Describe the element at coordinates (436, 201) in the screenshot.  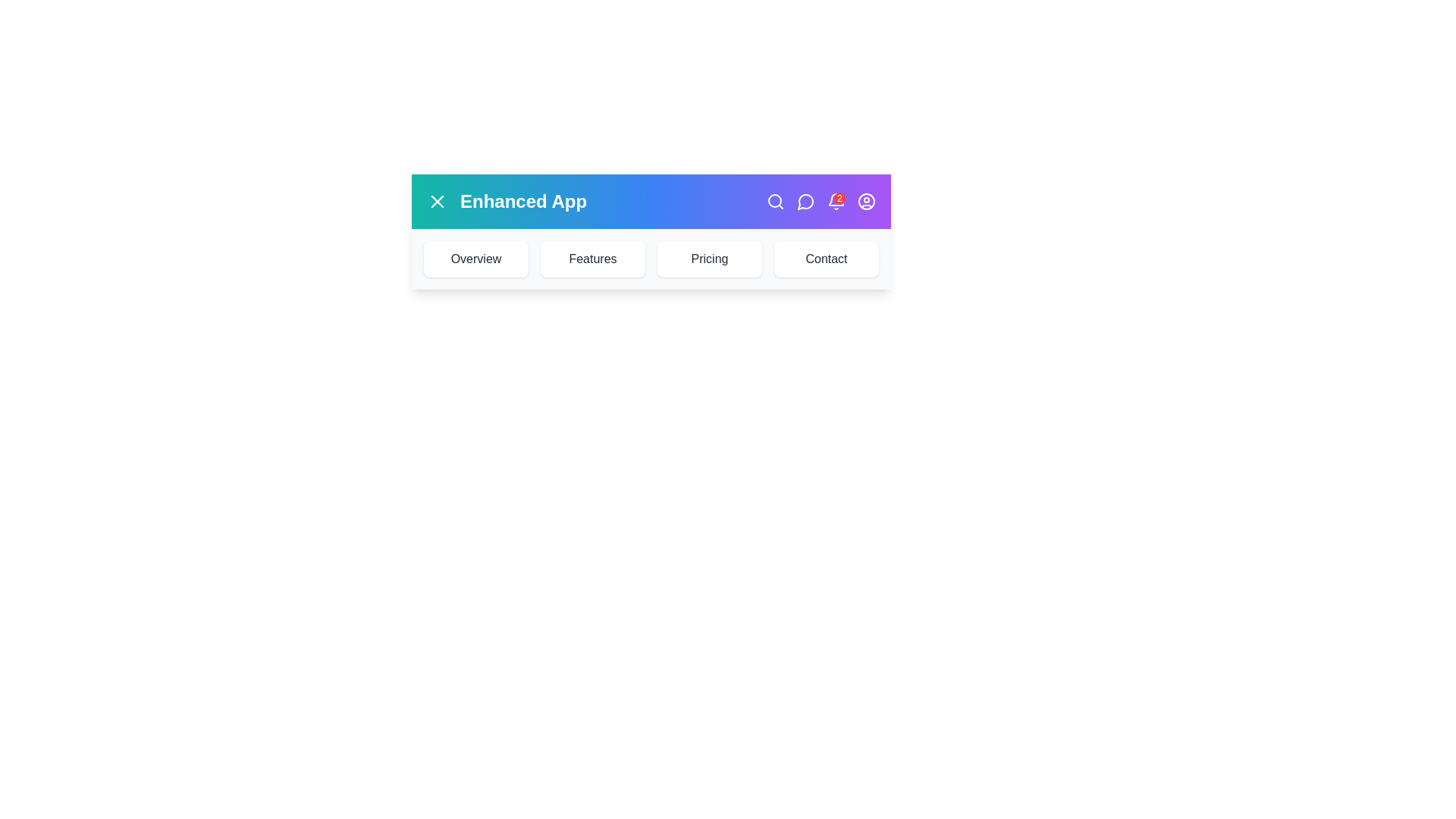
I see `the menu button to toggle the menu visibility` at that location.